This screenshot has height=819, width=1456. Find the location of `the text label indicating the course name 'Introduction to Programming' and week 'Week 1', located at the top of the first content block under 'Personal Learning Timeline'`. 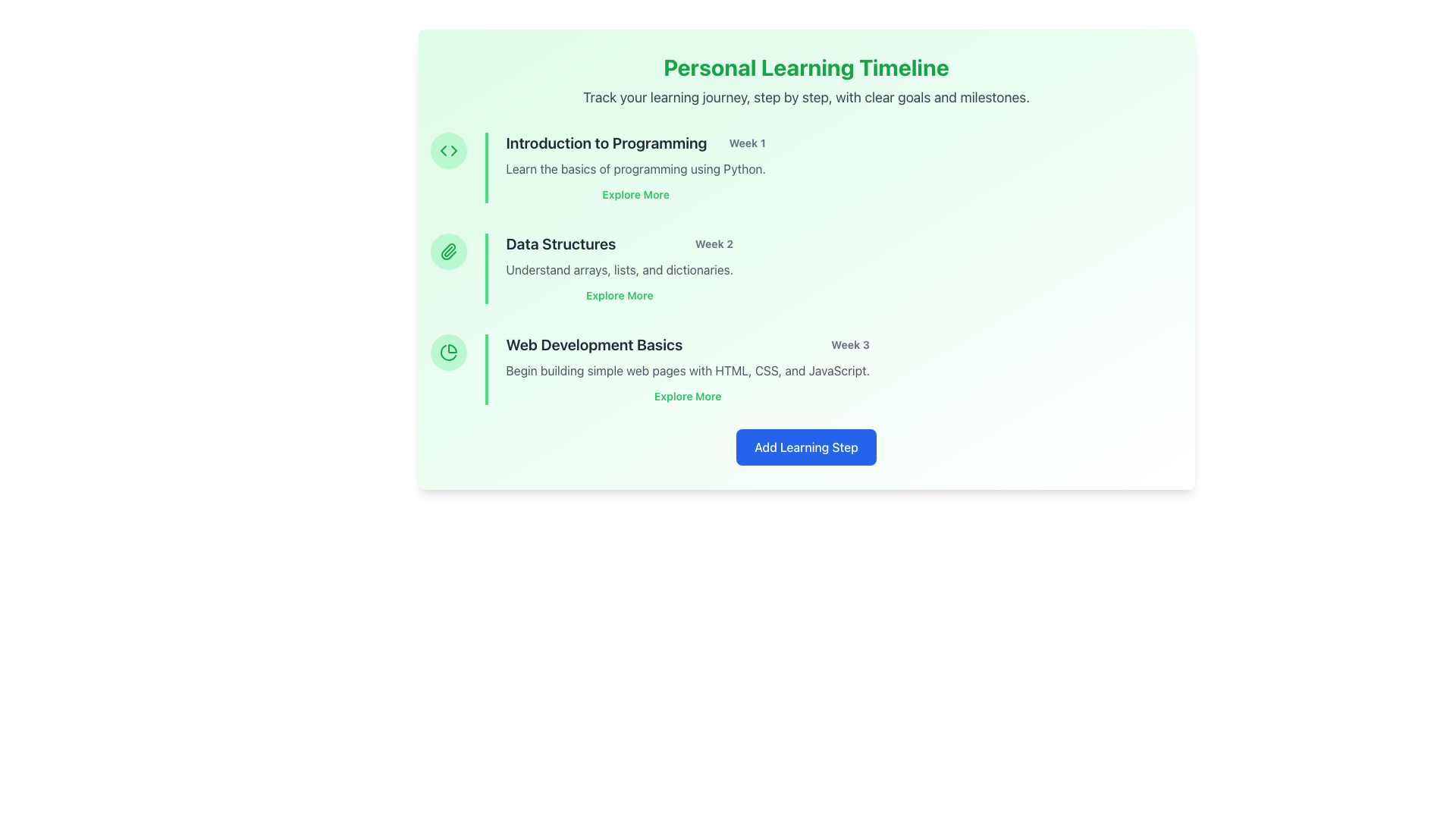

the text label indicating the course name 'Introduction to Programming' and week 'Week 1', located at the top of the first content block under 'Personal Learning Timeline' is located at coordinates (635, 143).